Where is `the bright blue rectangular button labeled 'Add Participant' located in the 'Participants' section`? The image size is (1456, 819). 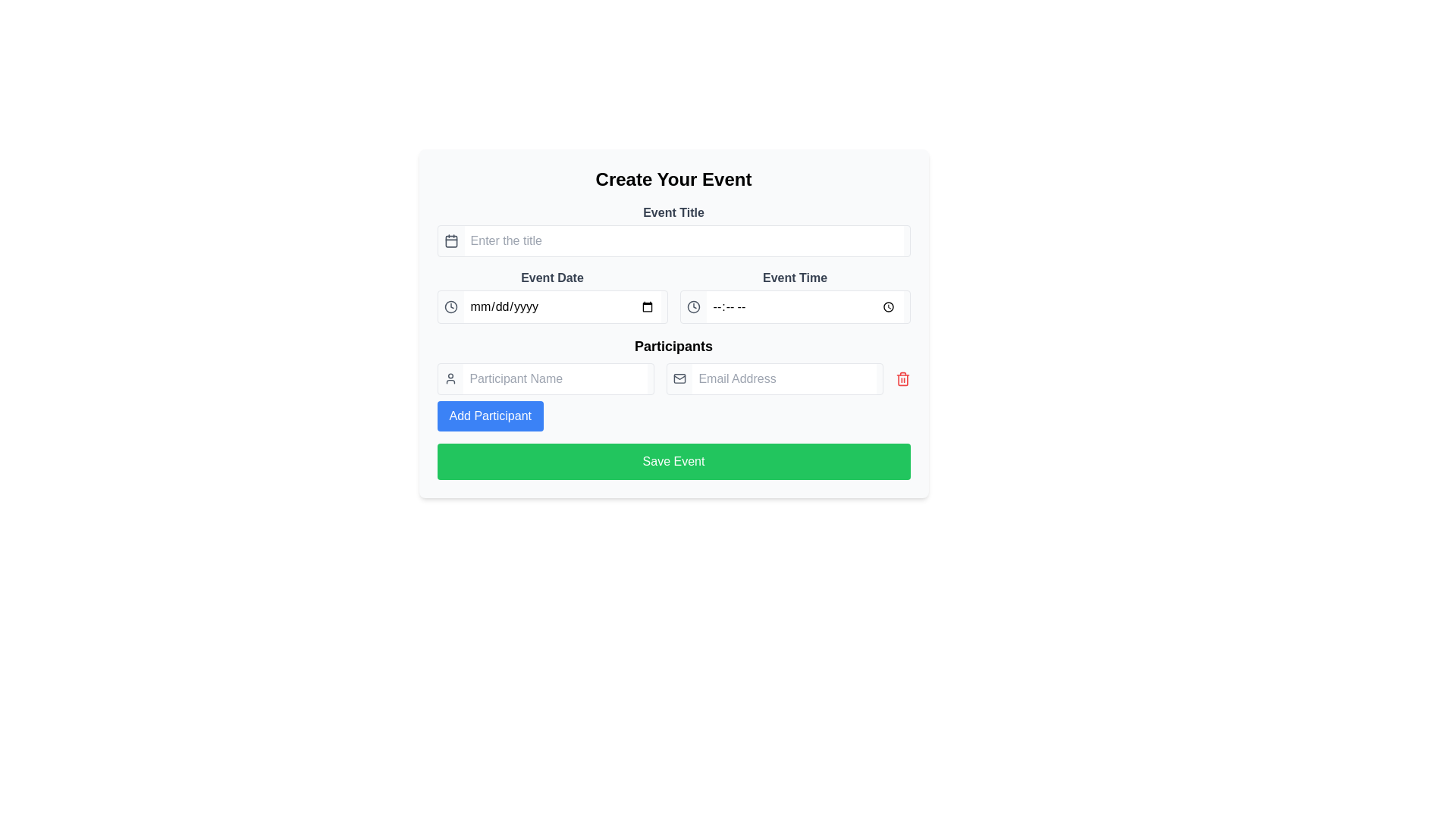
the bright blue rectangular button labeled 'Add Participant' located in the 'Participants' section is located at coordinates (490, 416).